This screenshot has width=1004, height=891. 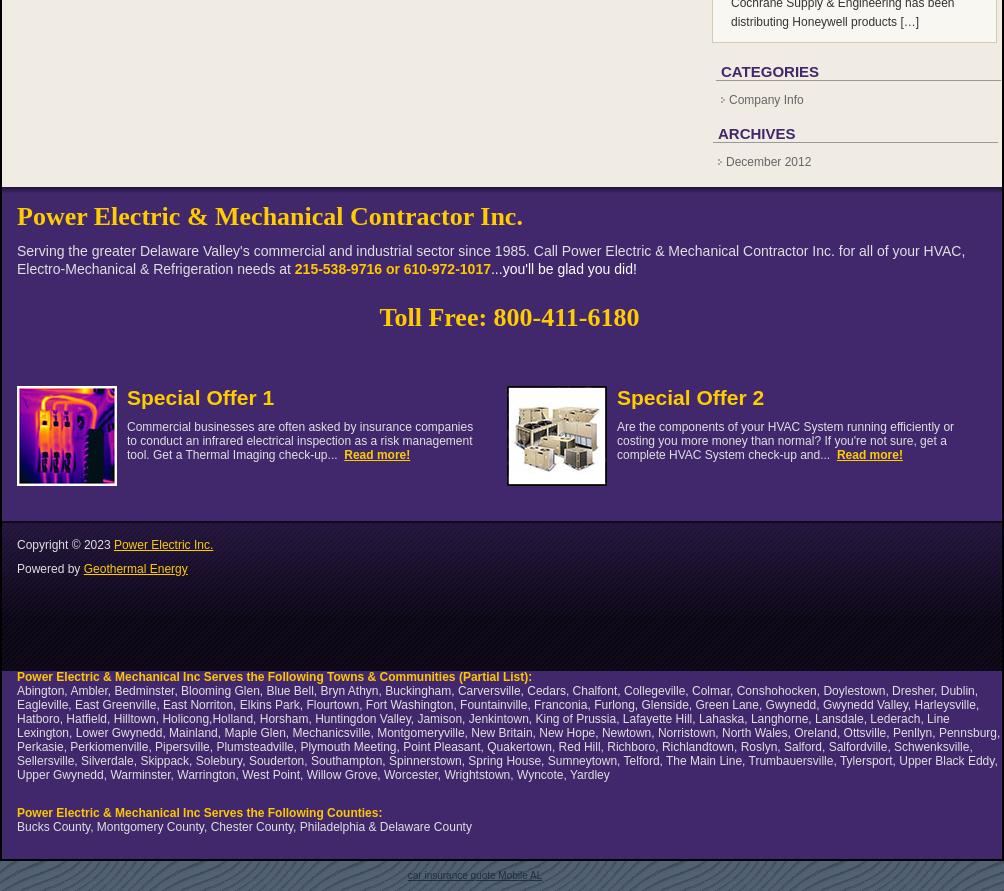 I want to click on '2023', so click(x=97, y=545).